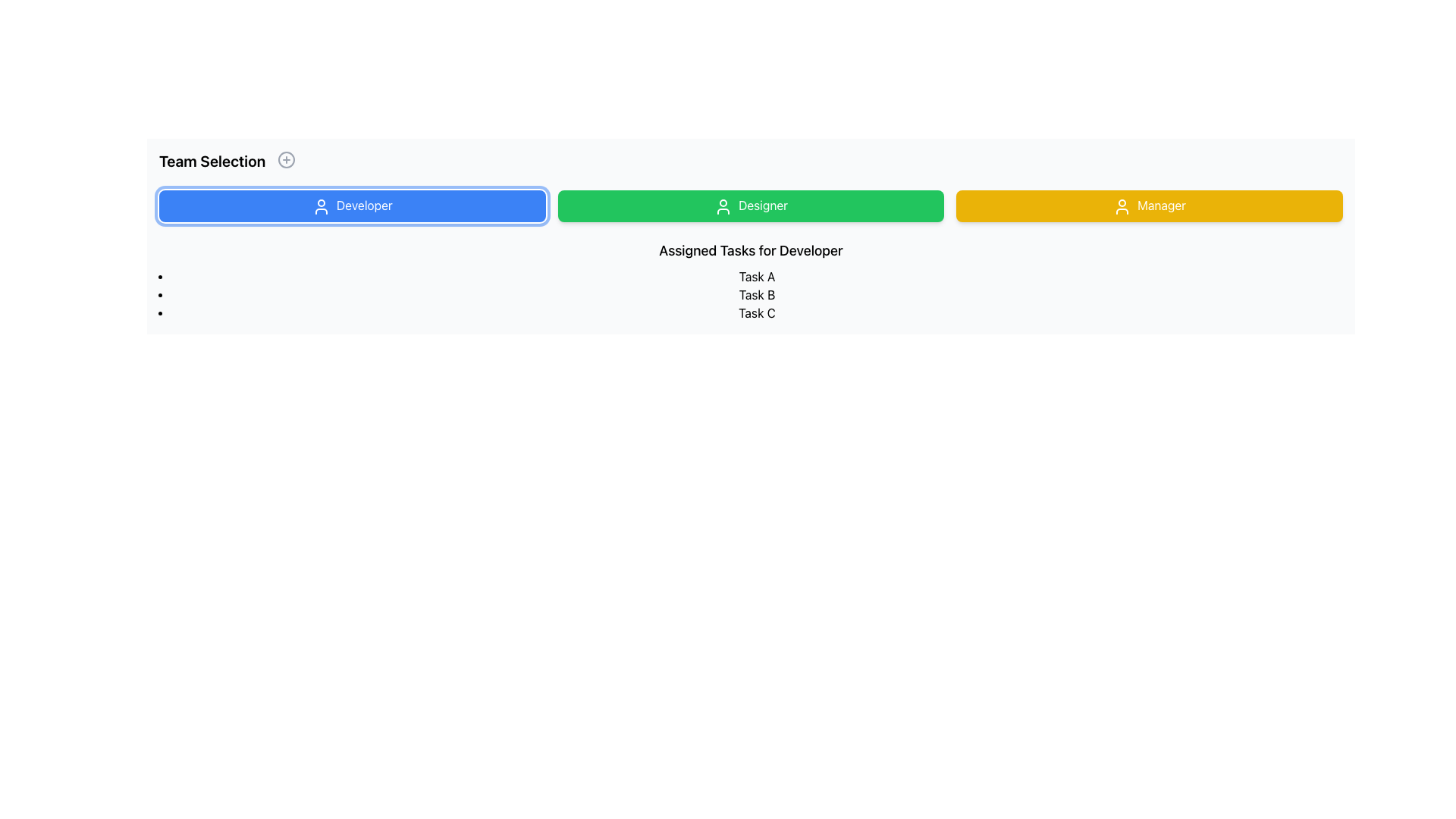  What do you see at coordinates (212, 161) in the screenshot?
I see `text of the section title label located at the top left of the interface` at bounding box center [212, 161].